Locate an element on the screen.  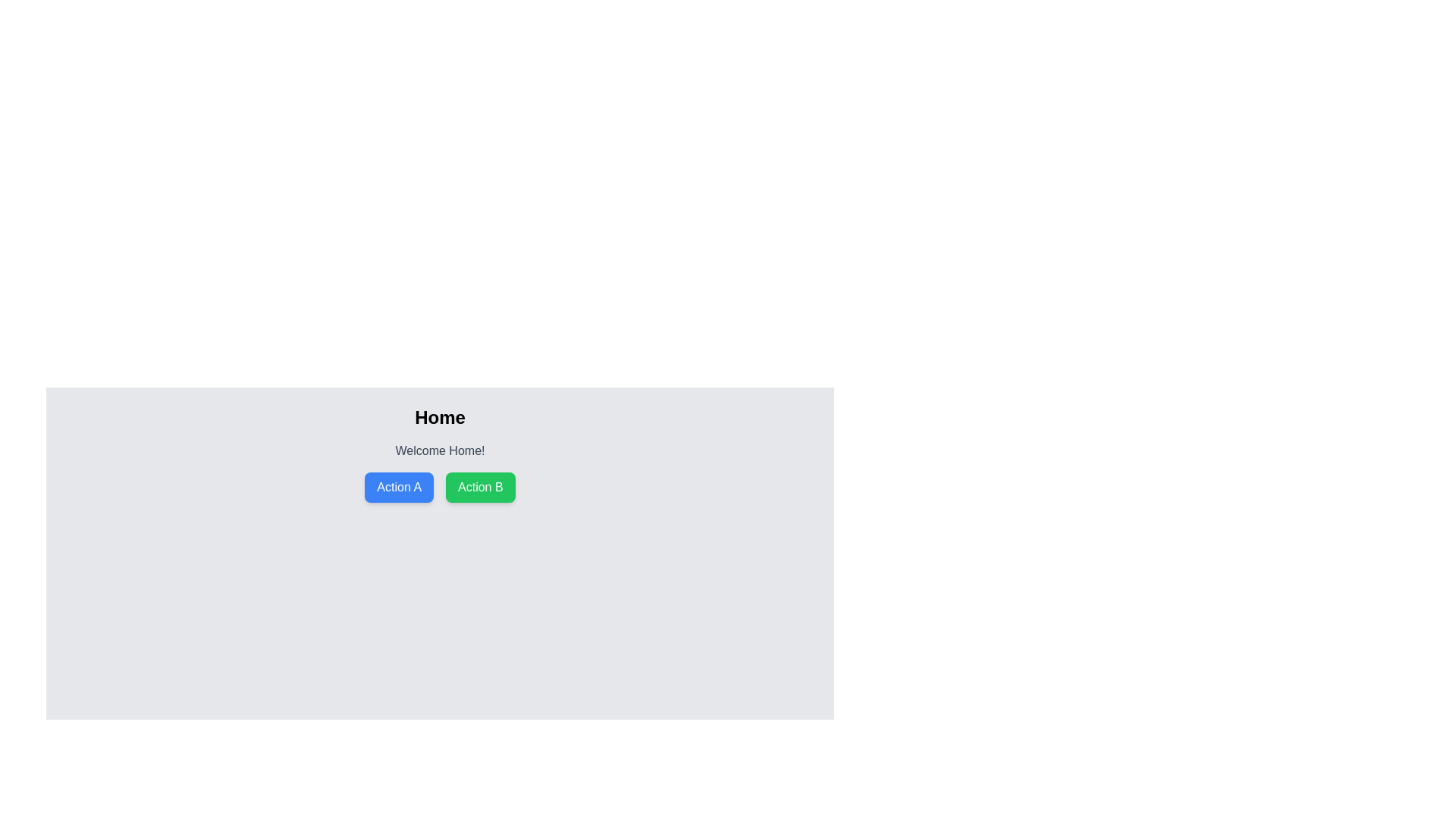
the static text serving as a welcoming message, which is positioned below the 'Home' title and above the 'Action A' and 'Action B' buttons is located at coordinates (439, 450).